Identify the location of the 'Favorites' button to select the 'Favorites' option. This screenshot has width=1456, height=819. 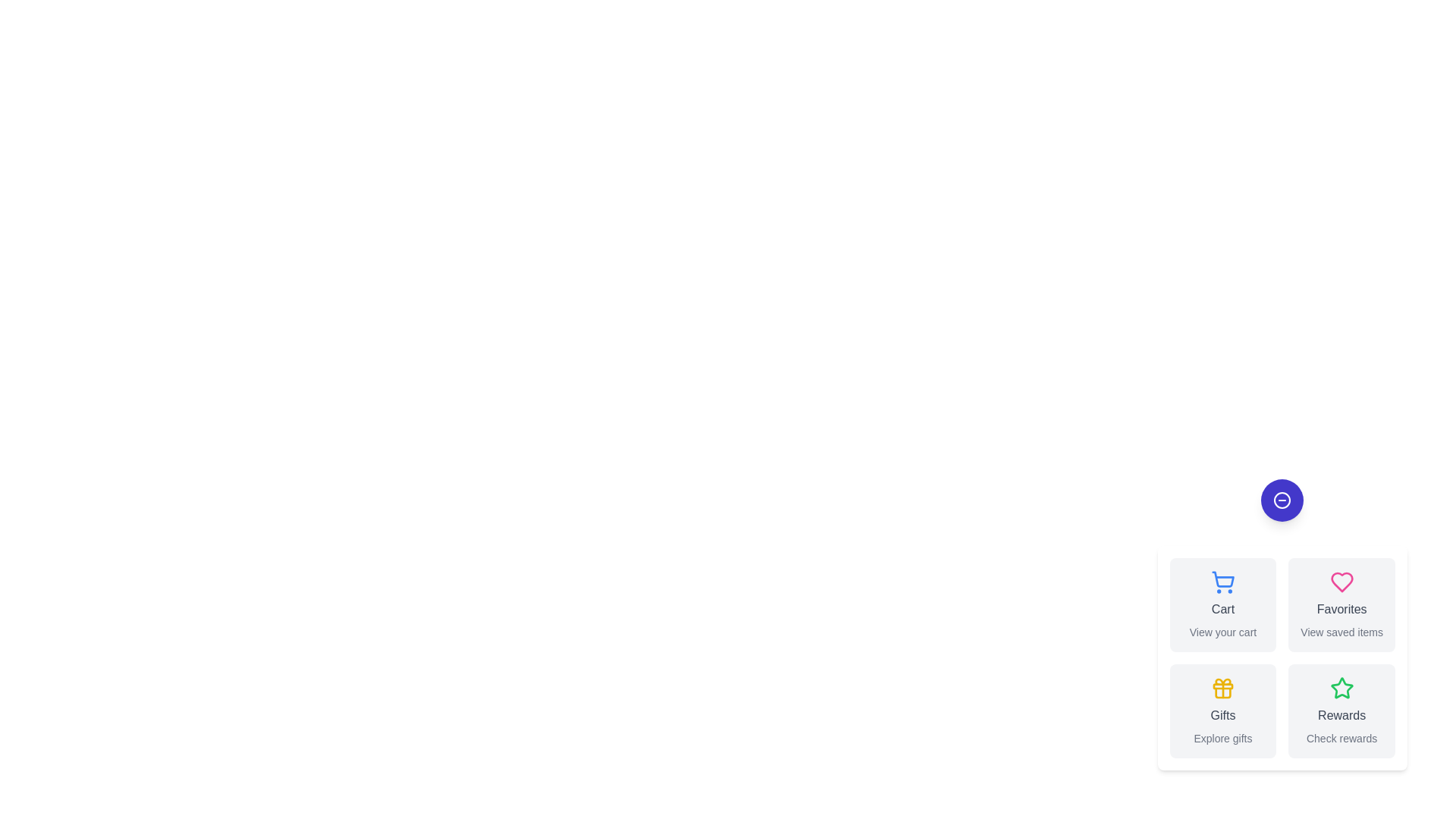
(1341, 604).